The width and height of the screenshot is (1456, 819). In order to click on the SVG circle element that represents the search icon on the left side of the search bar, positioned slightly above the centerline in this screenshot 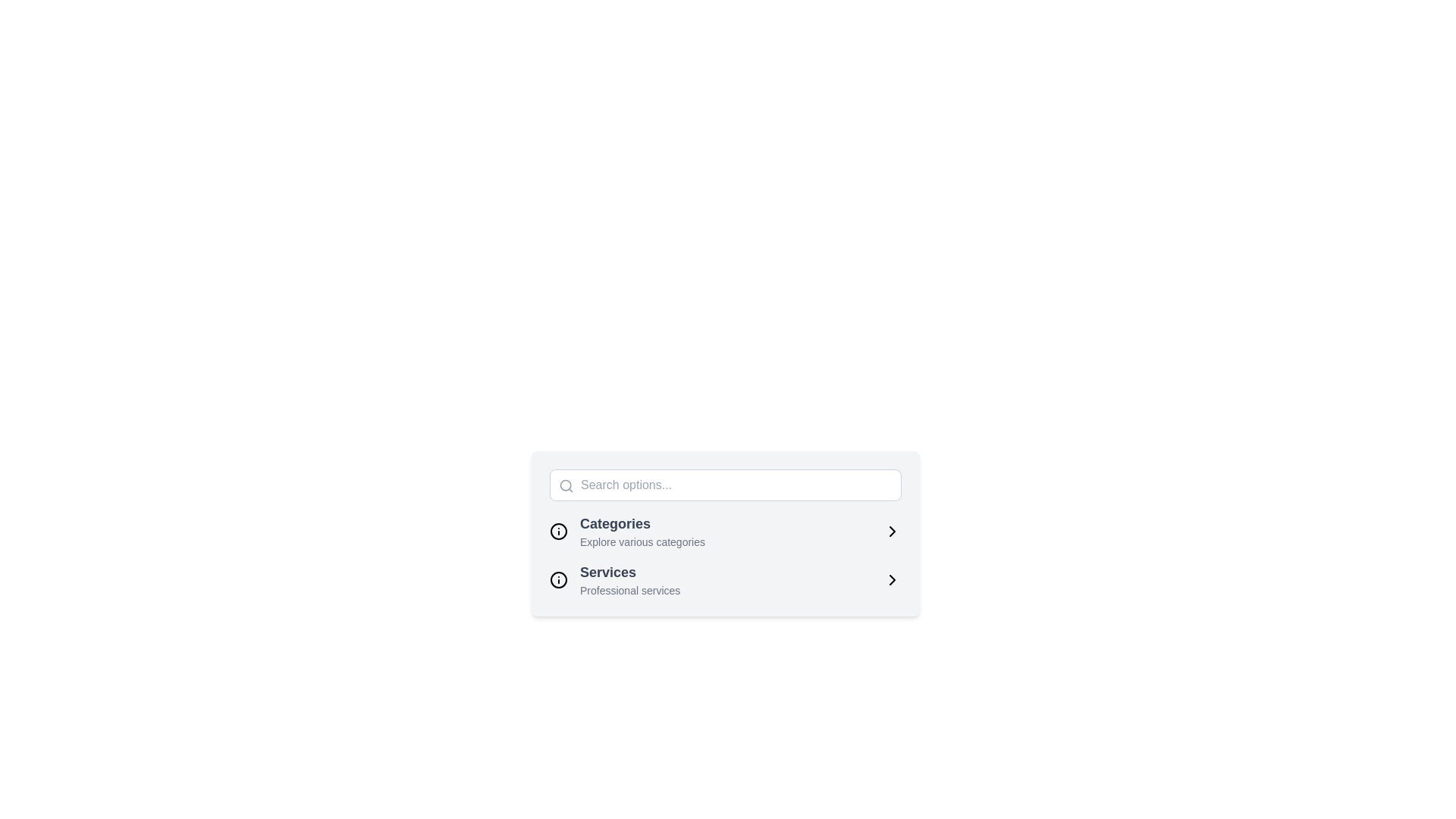, I will do `click(565, 485)`.